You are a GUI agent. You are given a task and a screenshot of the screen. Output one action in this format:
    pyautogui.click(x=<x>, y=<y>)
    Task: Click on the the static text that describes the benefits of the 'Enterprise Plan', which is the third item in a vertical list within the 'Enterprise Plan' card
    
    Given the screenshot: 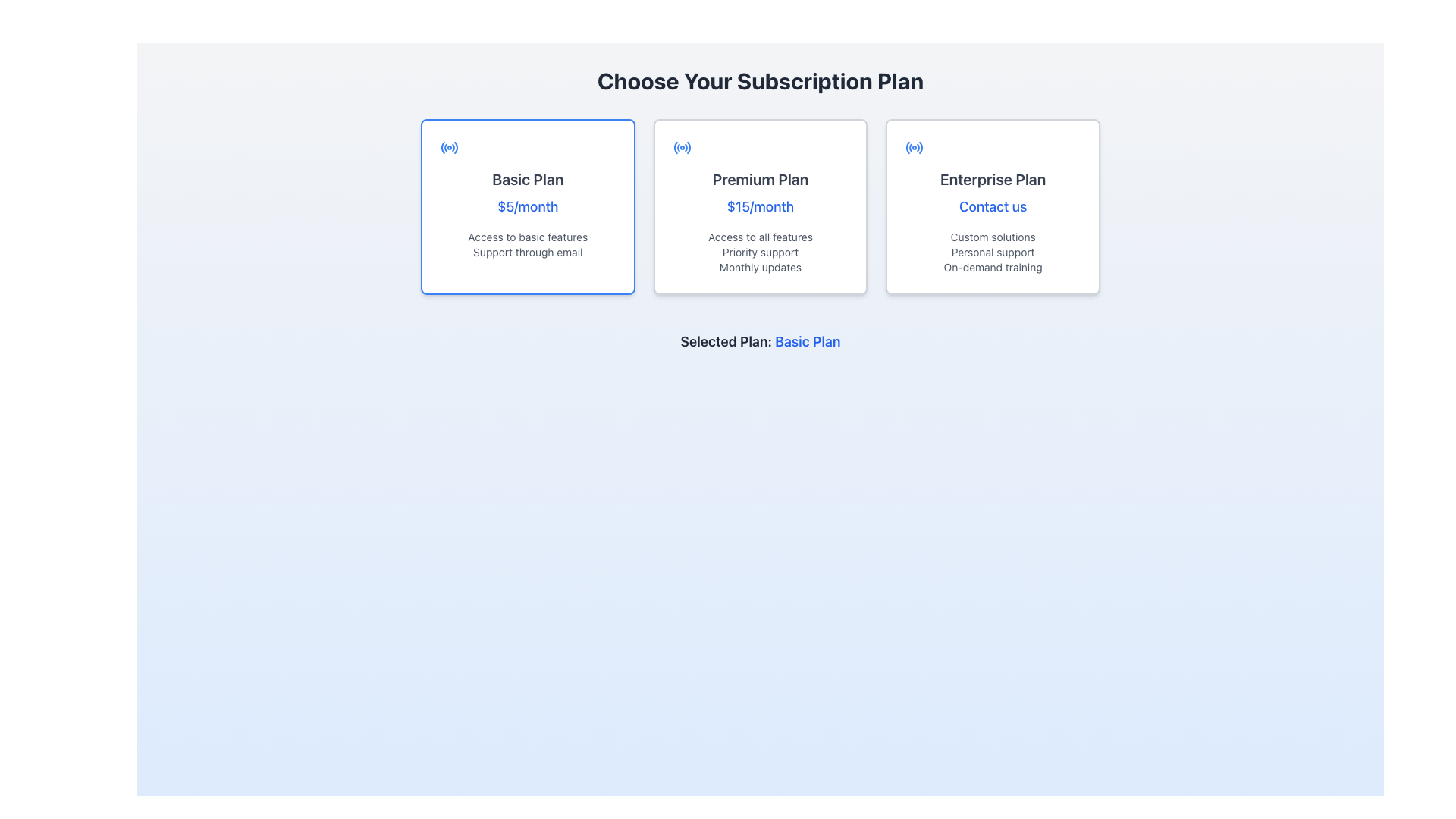 What is the action you would take?
    pyautogui.click(x=993, y=267)
    